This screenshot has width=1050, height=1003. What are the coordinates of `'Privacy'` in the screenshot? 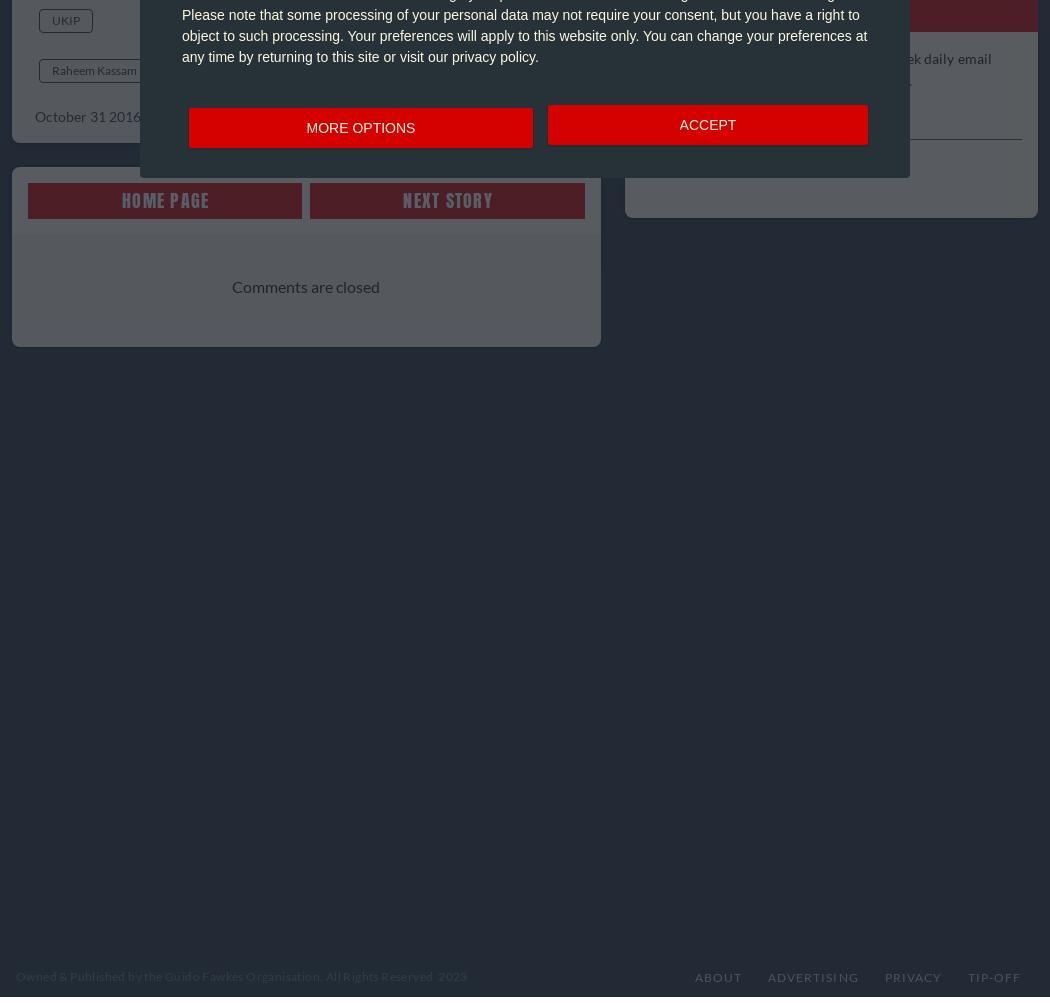 It's located at (882, 975).